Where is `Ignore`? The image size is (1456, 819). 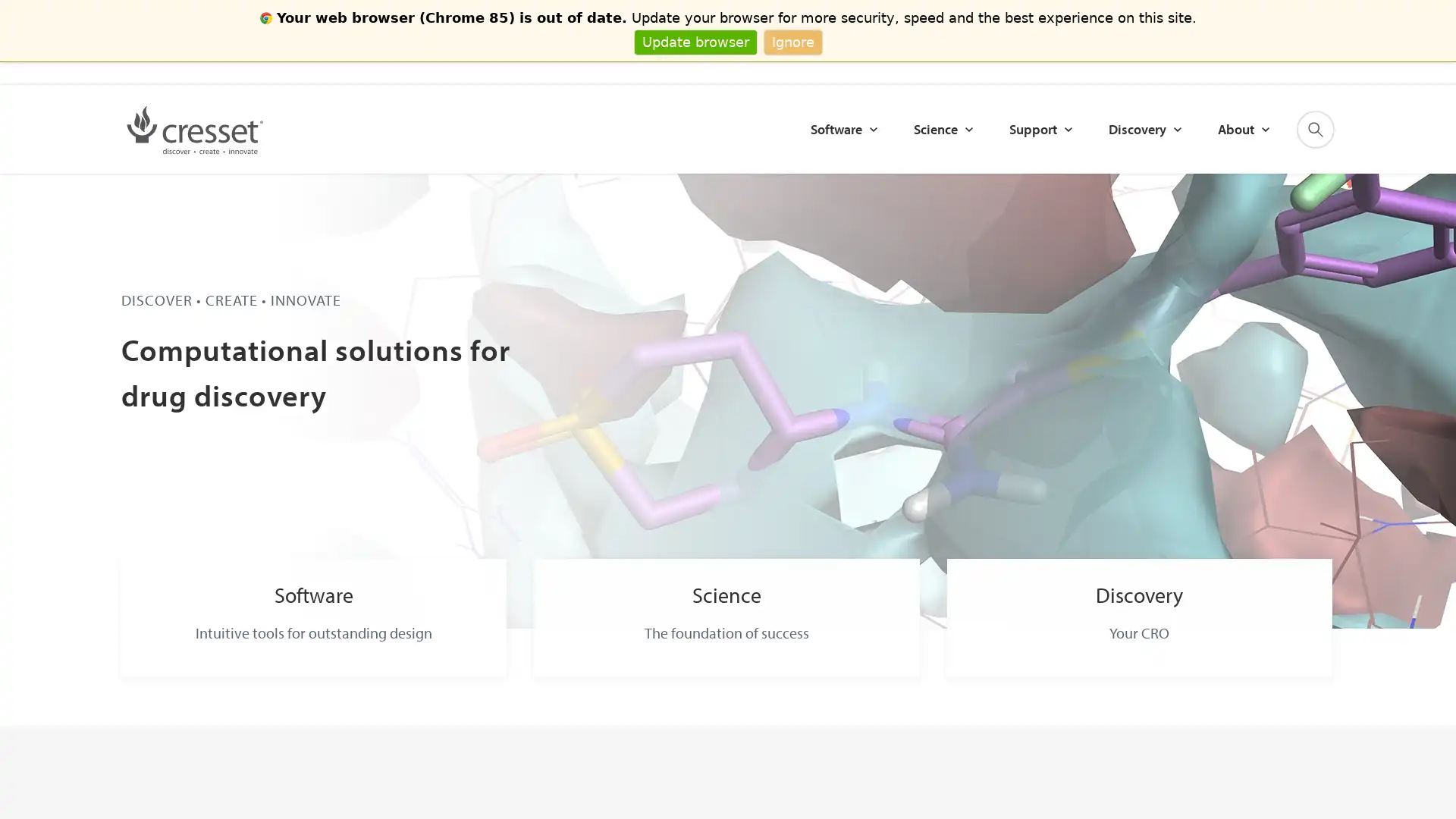
Ignore is located at coordinates (792, 41).